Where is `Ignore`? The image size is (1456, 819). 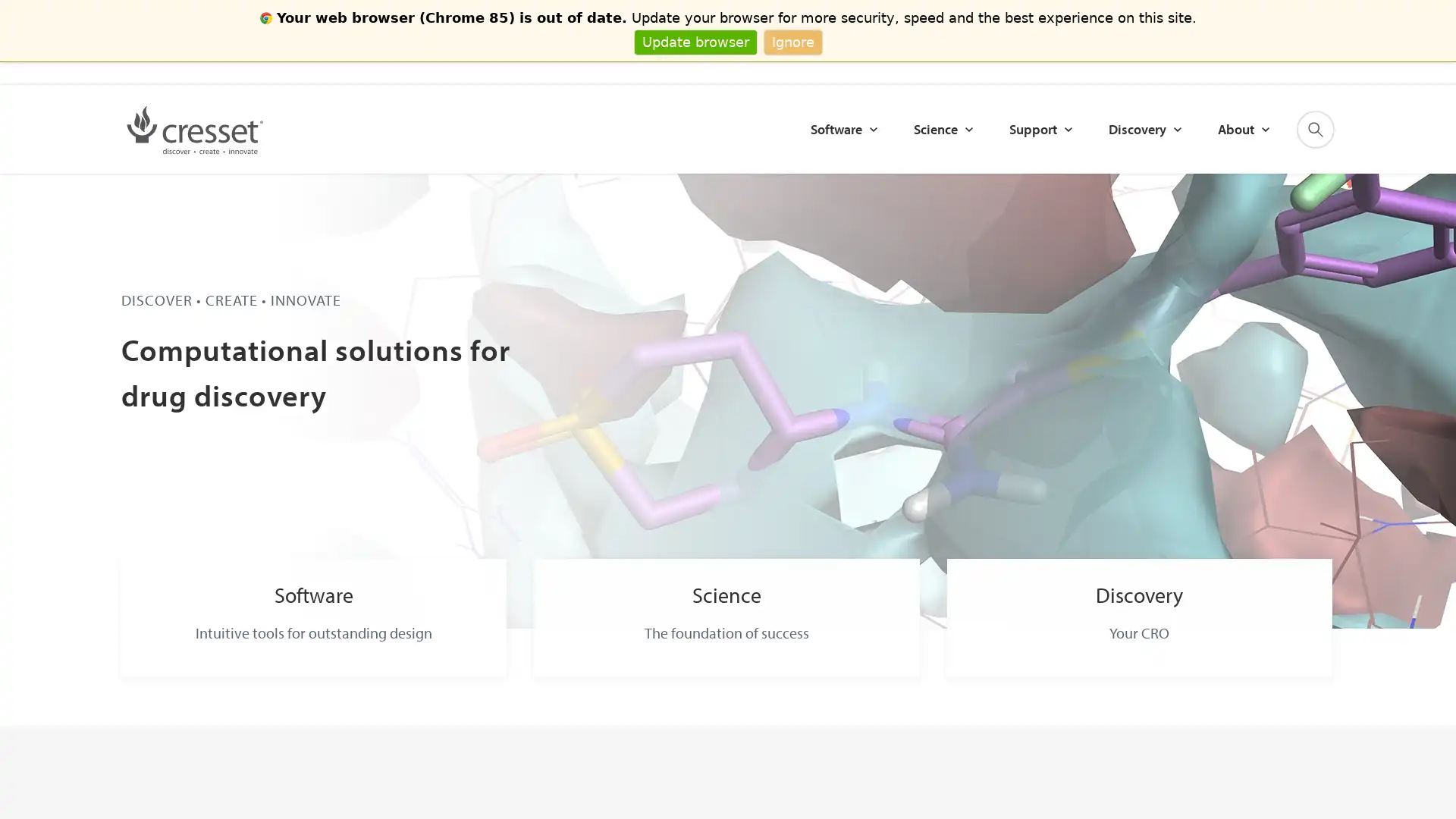
Ignore is located at coordinates (792, 41).